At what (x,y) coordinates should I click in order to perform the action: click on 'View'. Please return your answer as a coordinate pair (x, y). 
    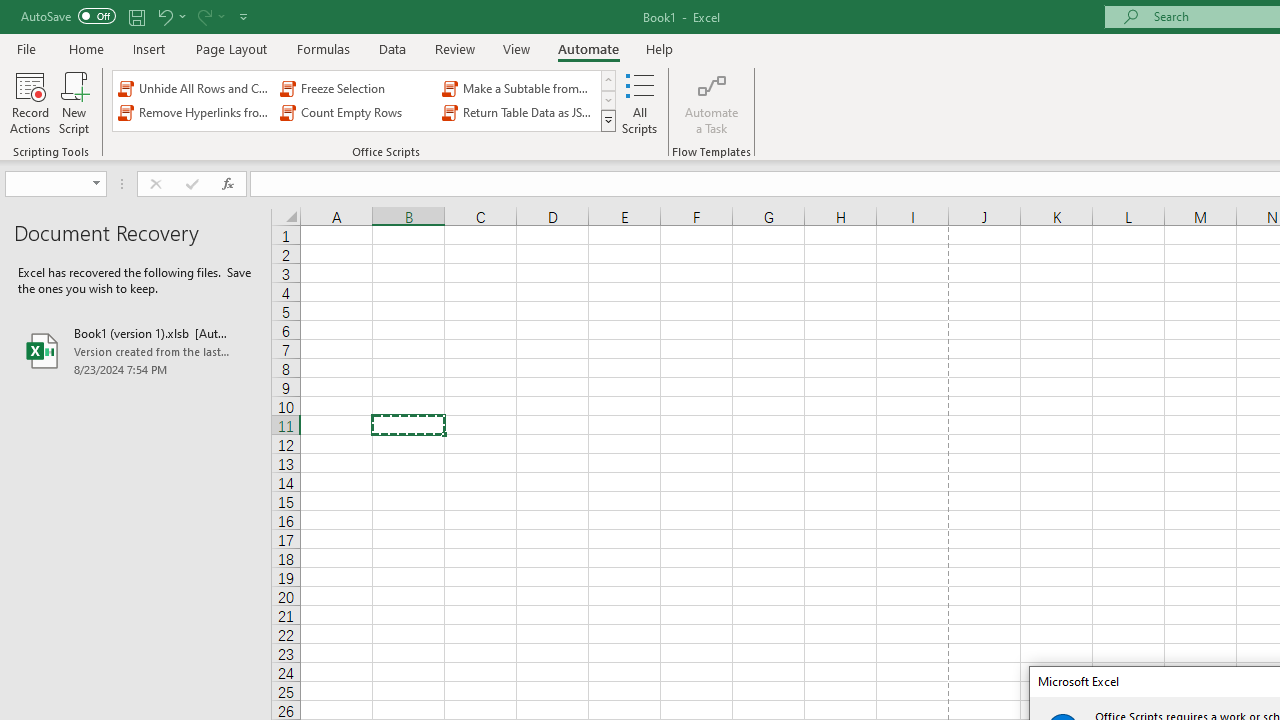
    Looking at the image, I should click on (517, 48).